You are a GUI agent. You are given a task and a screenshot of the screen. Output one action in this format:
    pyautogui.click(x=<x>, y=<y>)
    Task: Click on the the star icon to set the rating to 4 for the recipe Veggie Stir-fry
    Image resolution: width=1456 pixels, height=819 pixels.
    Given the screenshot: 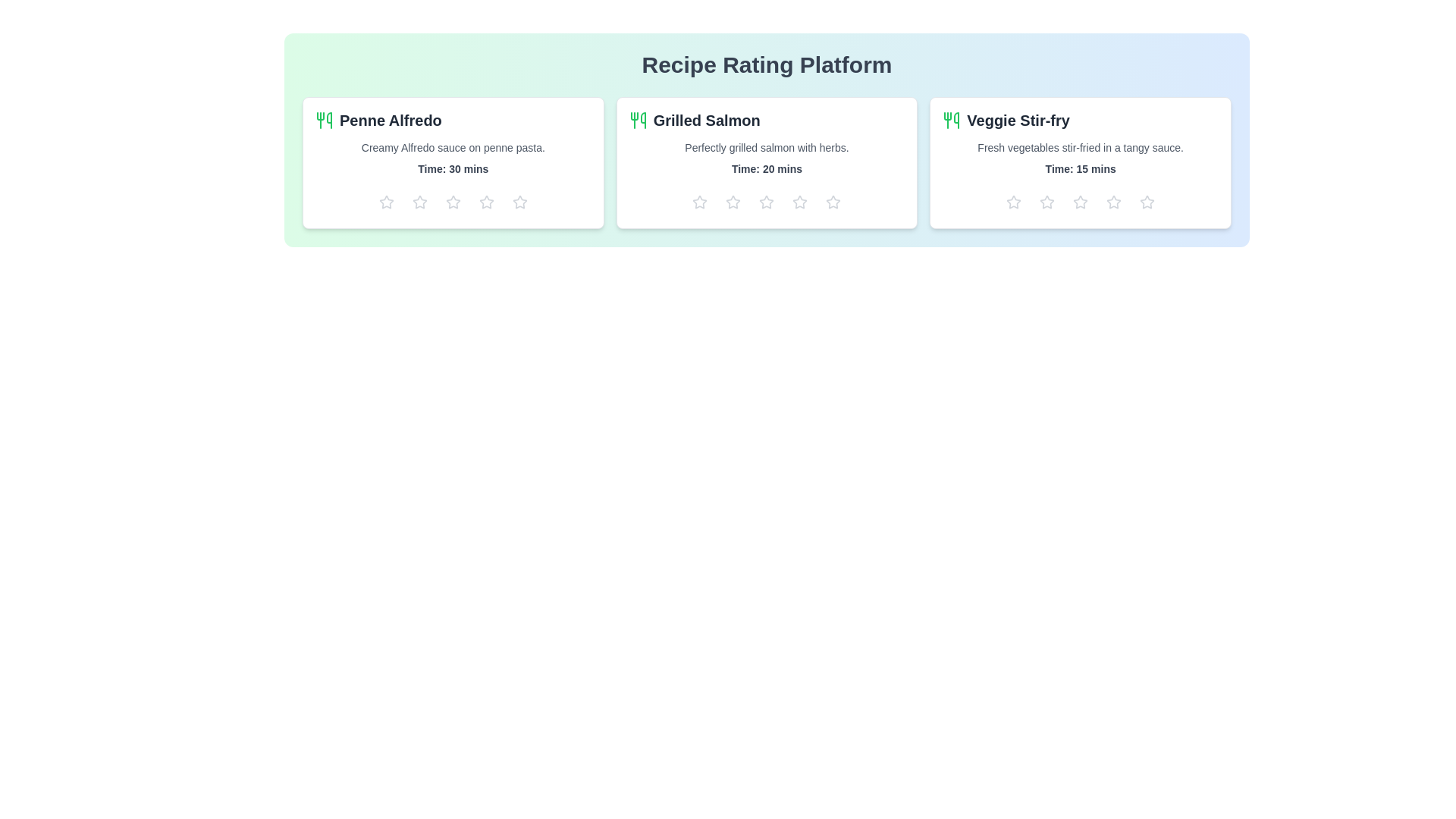 What is the action you would take?
    pyautogui.click(x=1114, y=201)
    